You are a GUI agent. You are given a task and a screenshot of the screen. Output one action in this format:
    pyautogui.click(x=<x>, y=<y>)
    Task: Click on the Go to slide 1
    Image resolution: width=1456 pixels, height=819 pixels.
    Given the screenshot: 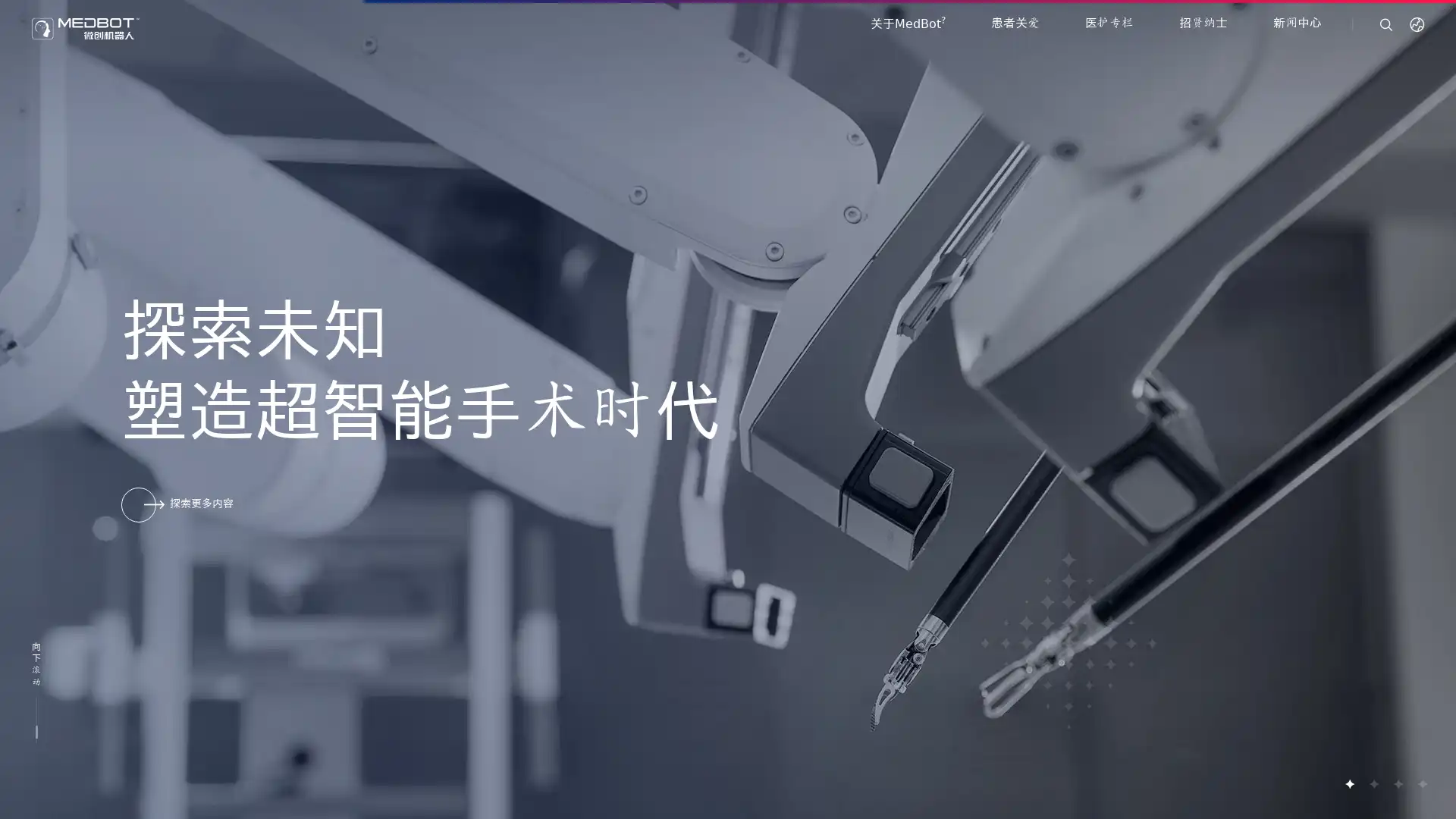 What is the action you would take?
    pyautogui.click(x=1349, y=783)
    